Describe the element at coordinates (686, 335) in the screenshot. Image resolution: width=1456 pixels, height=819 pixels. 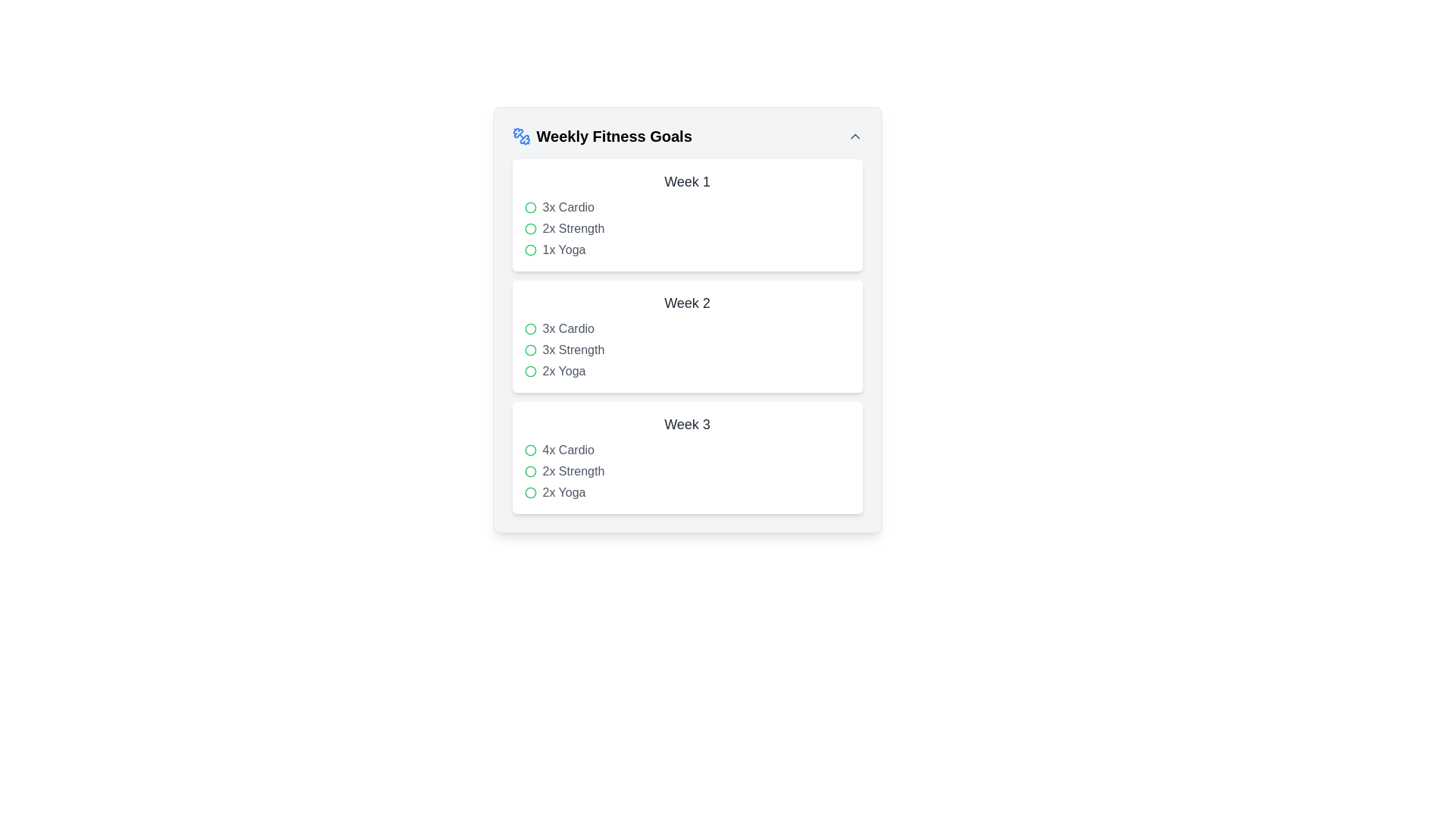
I see `the textual list item with decorative icons that presents detailed information about physical activities planned for the week, located in the middle section of the 'Weekly Fitness Goals'` at that location.